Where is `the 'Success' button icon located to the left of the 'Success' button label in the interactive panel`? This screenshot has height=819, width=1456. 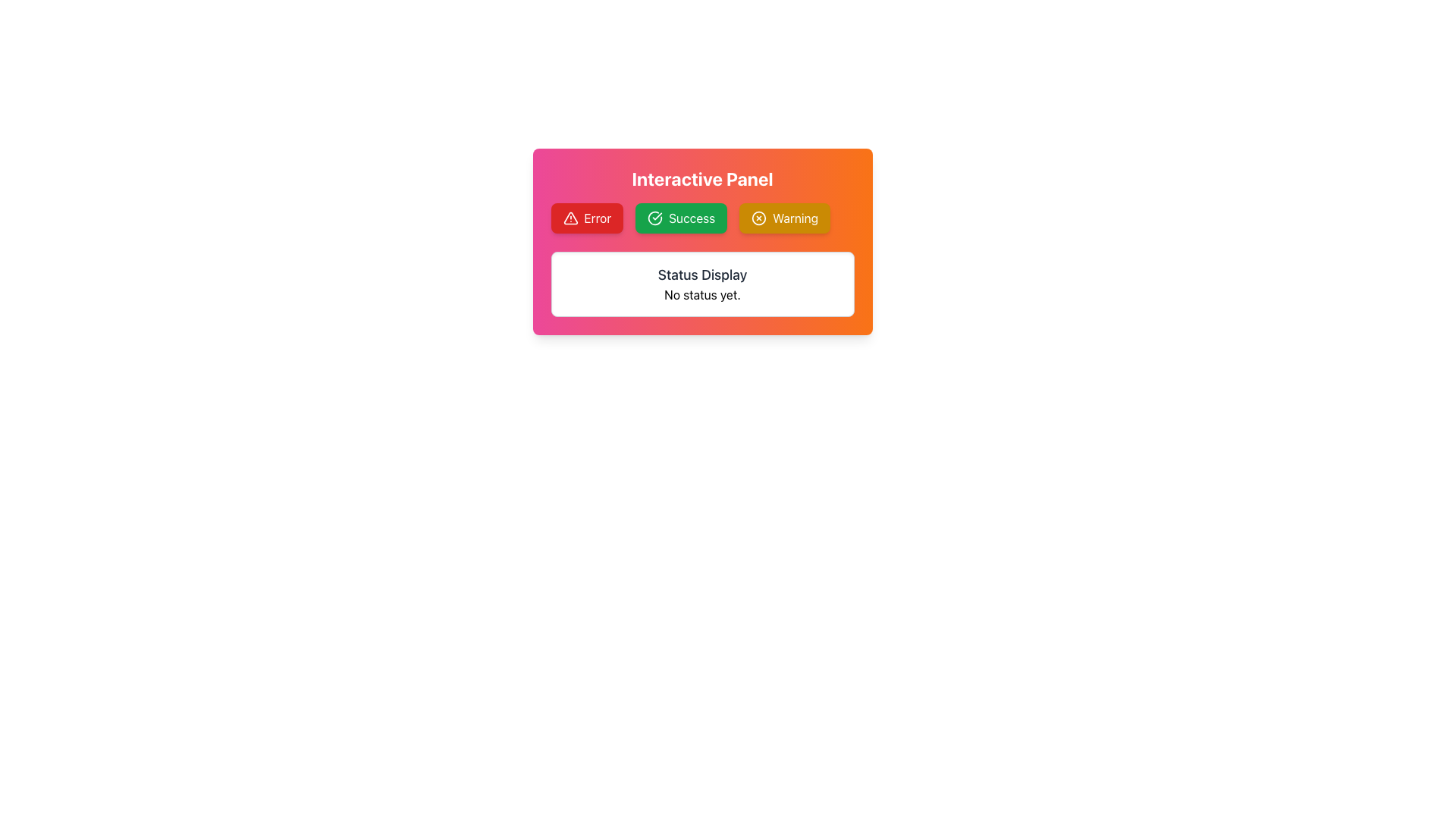 the 'Success' button icon located to the left of the 'Success' button label in the interactive panel is located at coordinates (655, 218).